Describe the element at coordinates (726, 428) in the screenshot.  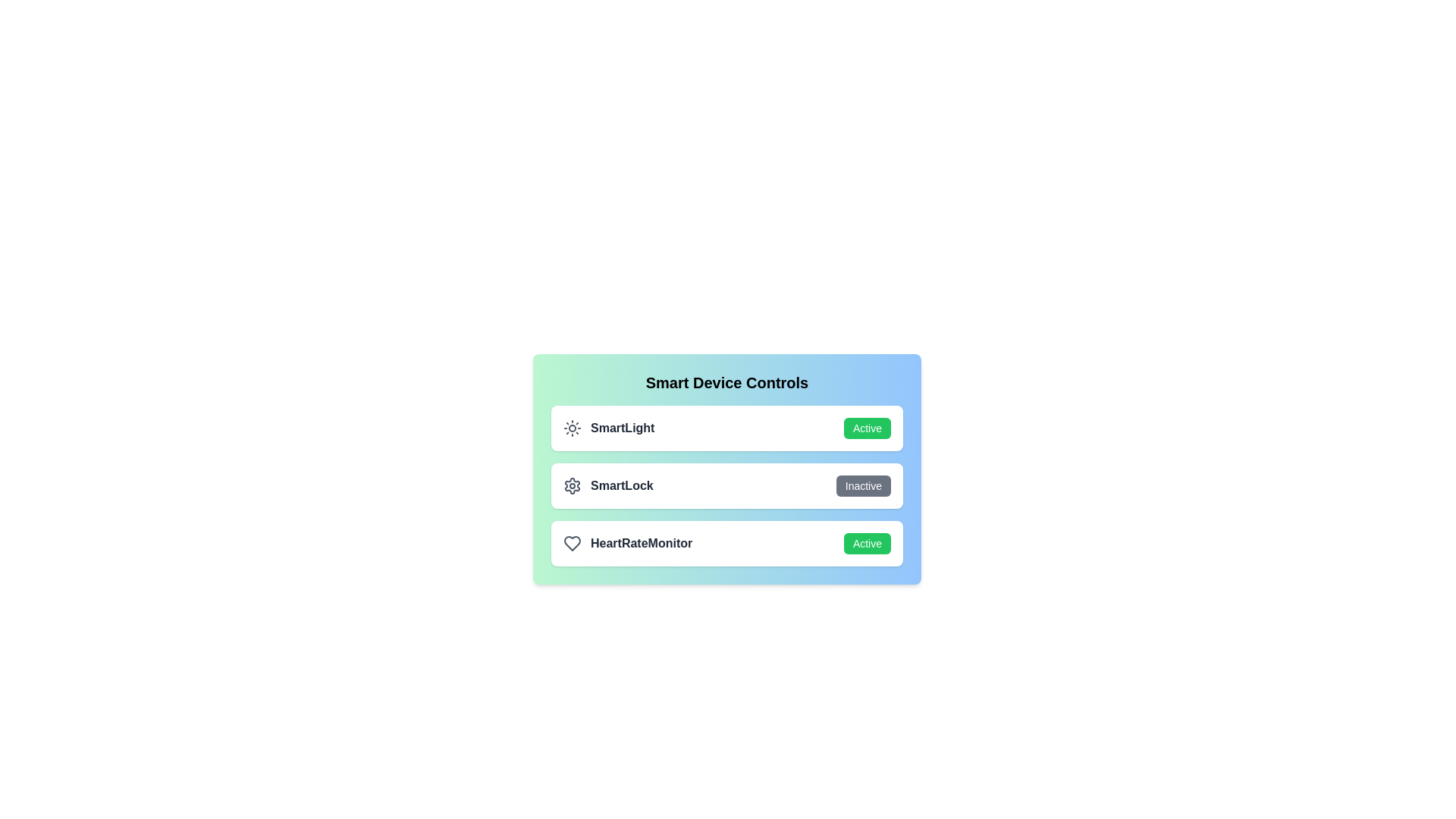
I see `the list item SmartLight to observe the hover effect` at that location.